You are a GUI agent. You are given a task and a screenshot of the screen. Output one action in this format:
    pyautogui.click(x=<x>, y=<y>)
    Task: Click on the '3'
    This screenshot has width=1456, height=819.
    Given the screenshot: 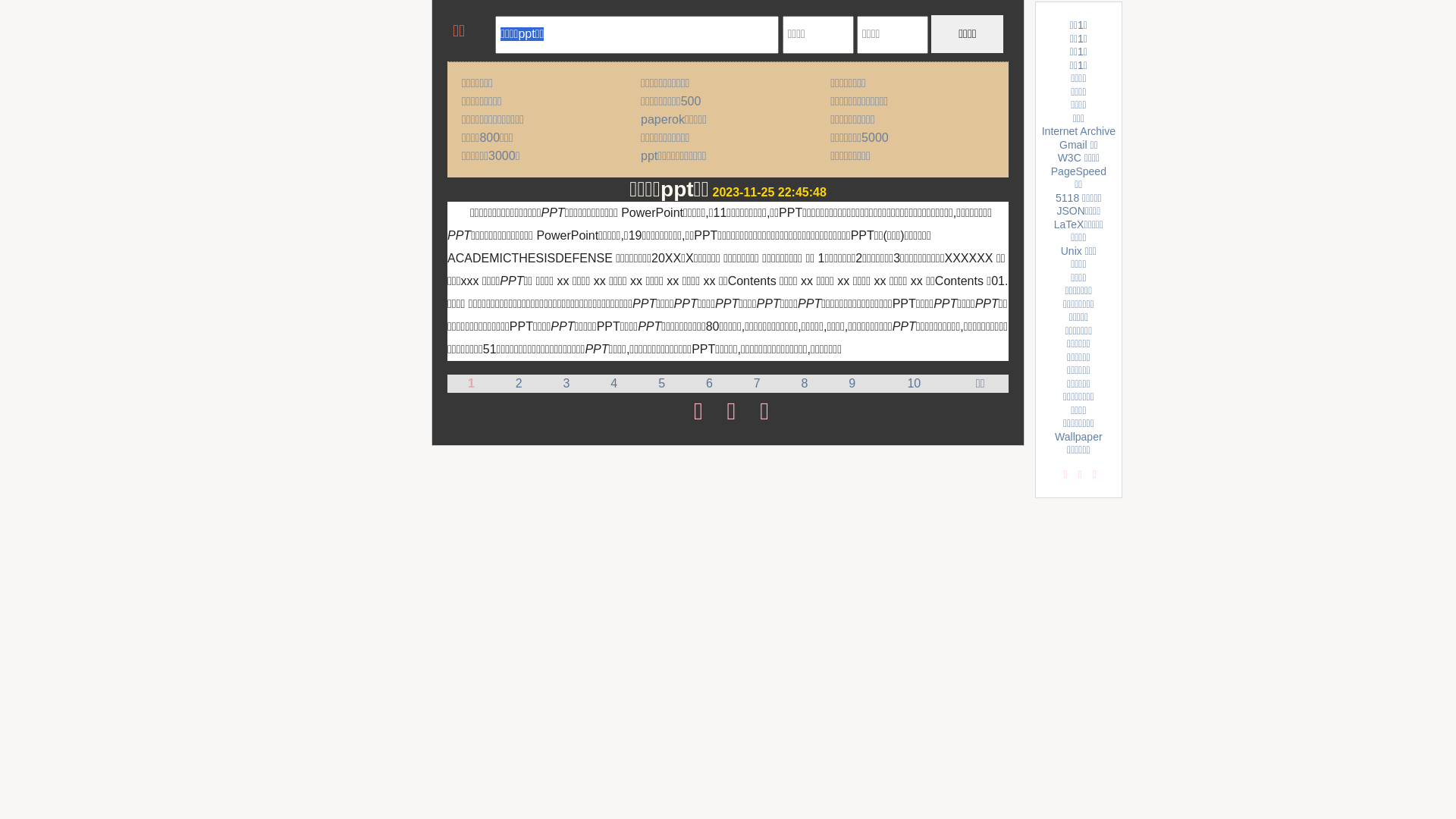 What is the action you would take?
    pyautogui.click(x=566, y=382)
    